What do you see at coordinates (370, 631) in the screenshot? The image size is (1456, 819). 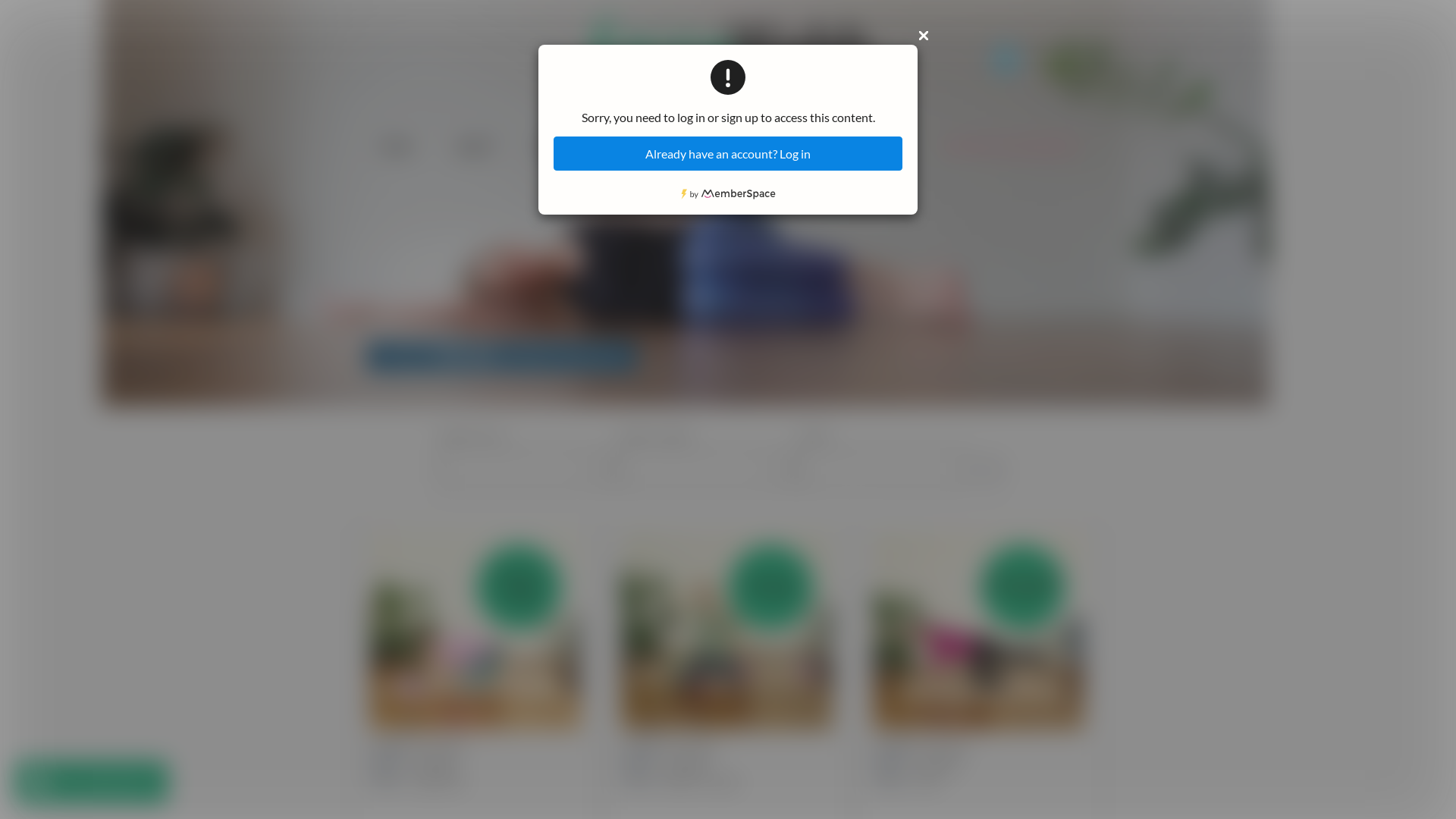 I see `'A good ol' hip 'n shoulder 1546.png'` at bounding box center [370, 631].